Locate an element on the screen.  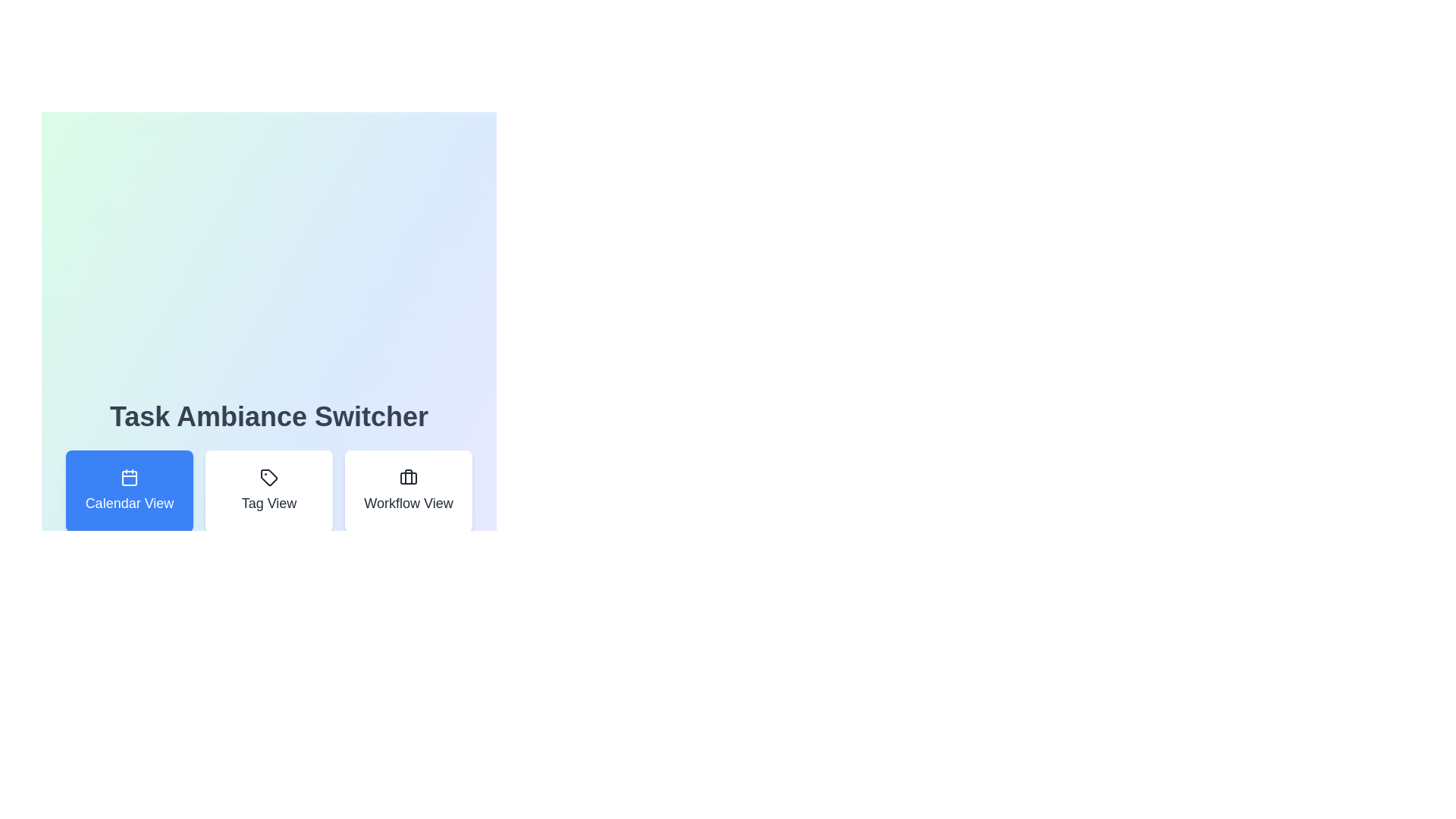
the design details of the rectangular graphical component with rounded corners located within the 'Calendar View' button in the Task Ambiance Switcher is located at coordinates (130, 479).